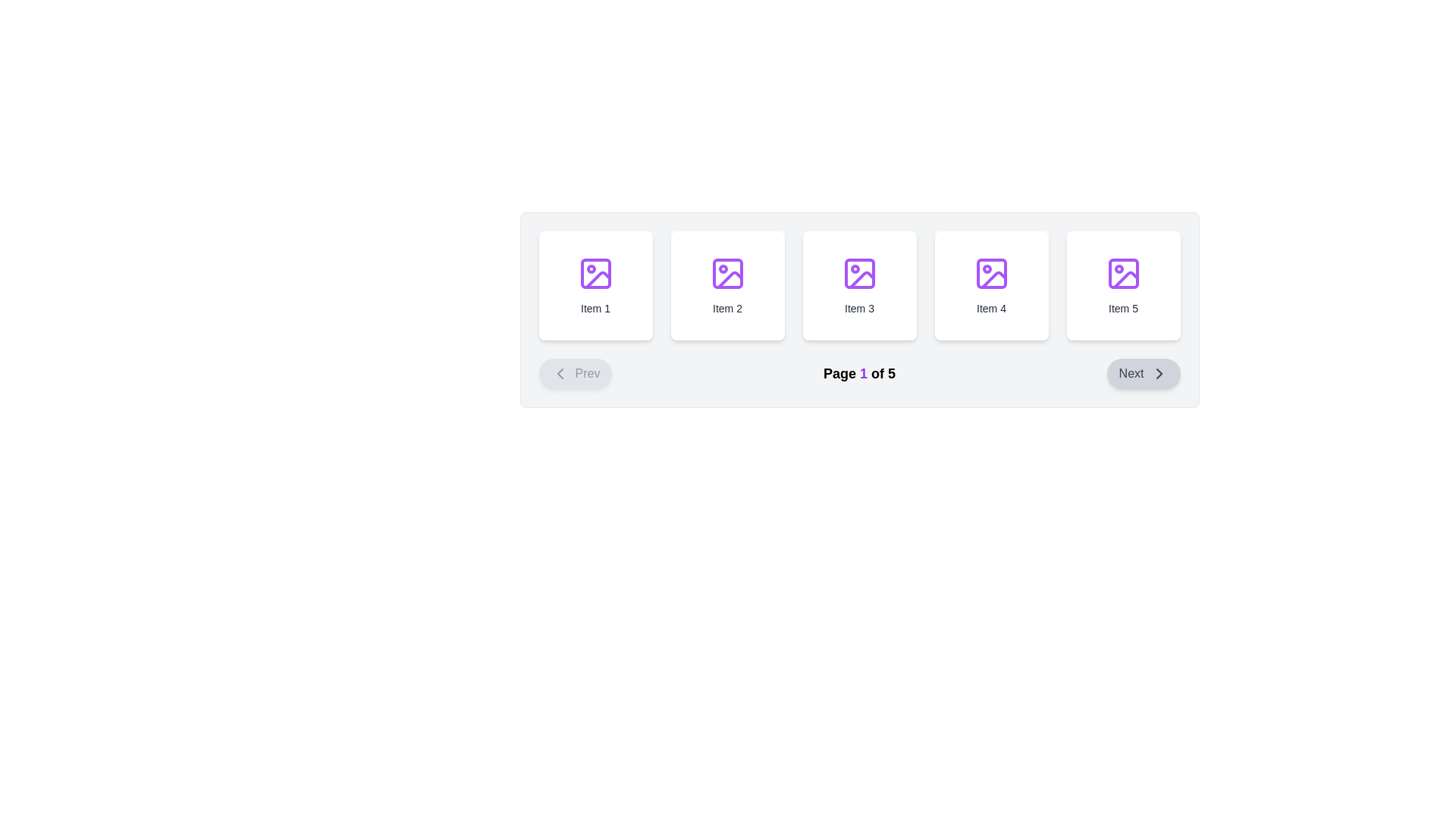 This screenshot has width=1456, height=819. What do you see at coordinates (595, 274) in the screenshot?
I see `the Icon representing 'Item 1', which is the first in a row of five items in a card layout with rounded corners and a white background` at bounding box center [595, 274].